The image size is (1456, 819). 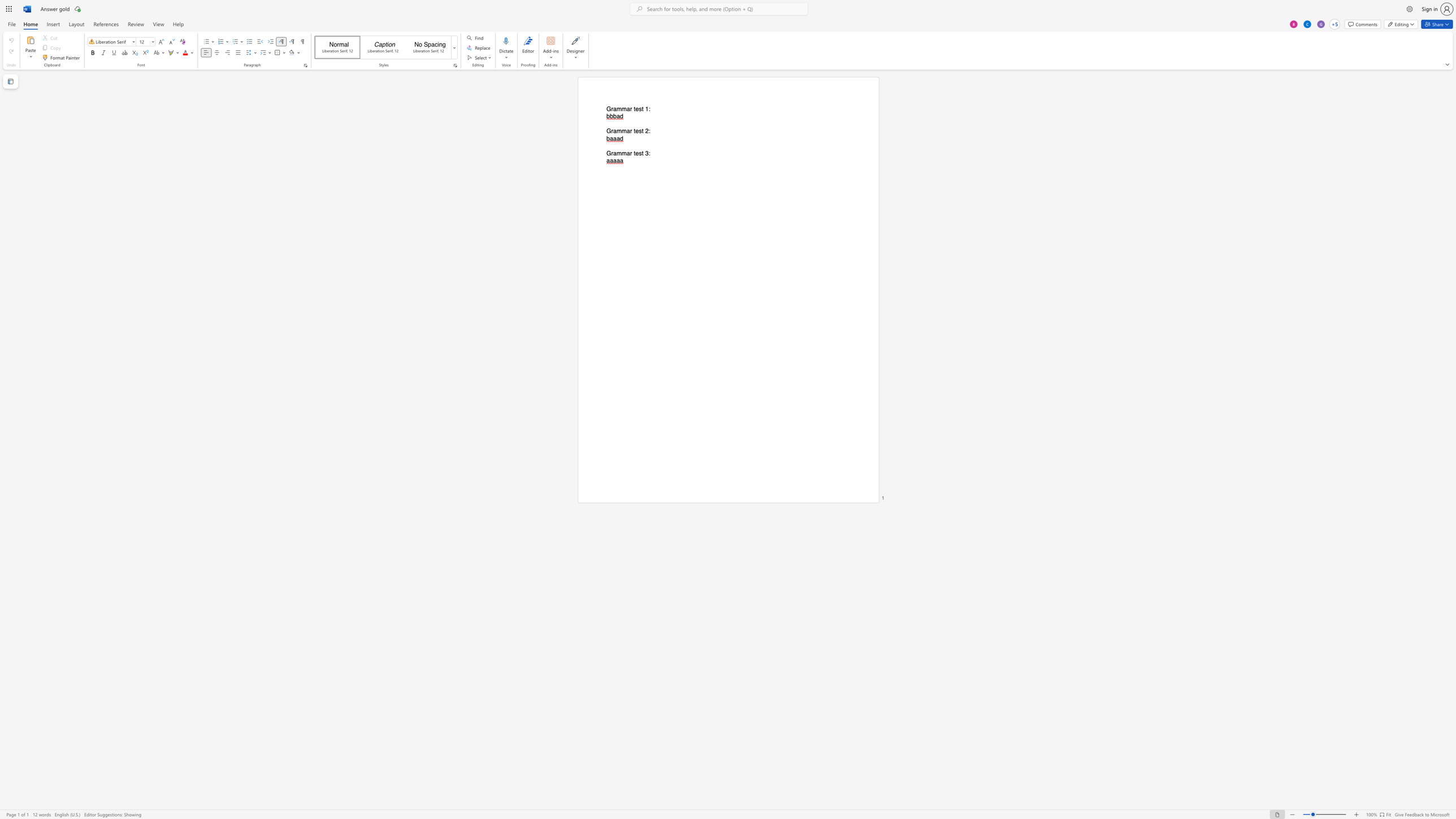 What do you see at coordinates (647, 131) in the screenshot?
I see `the space between the continuous character "2" and ":" in the text` at bounding box center [647, 131].